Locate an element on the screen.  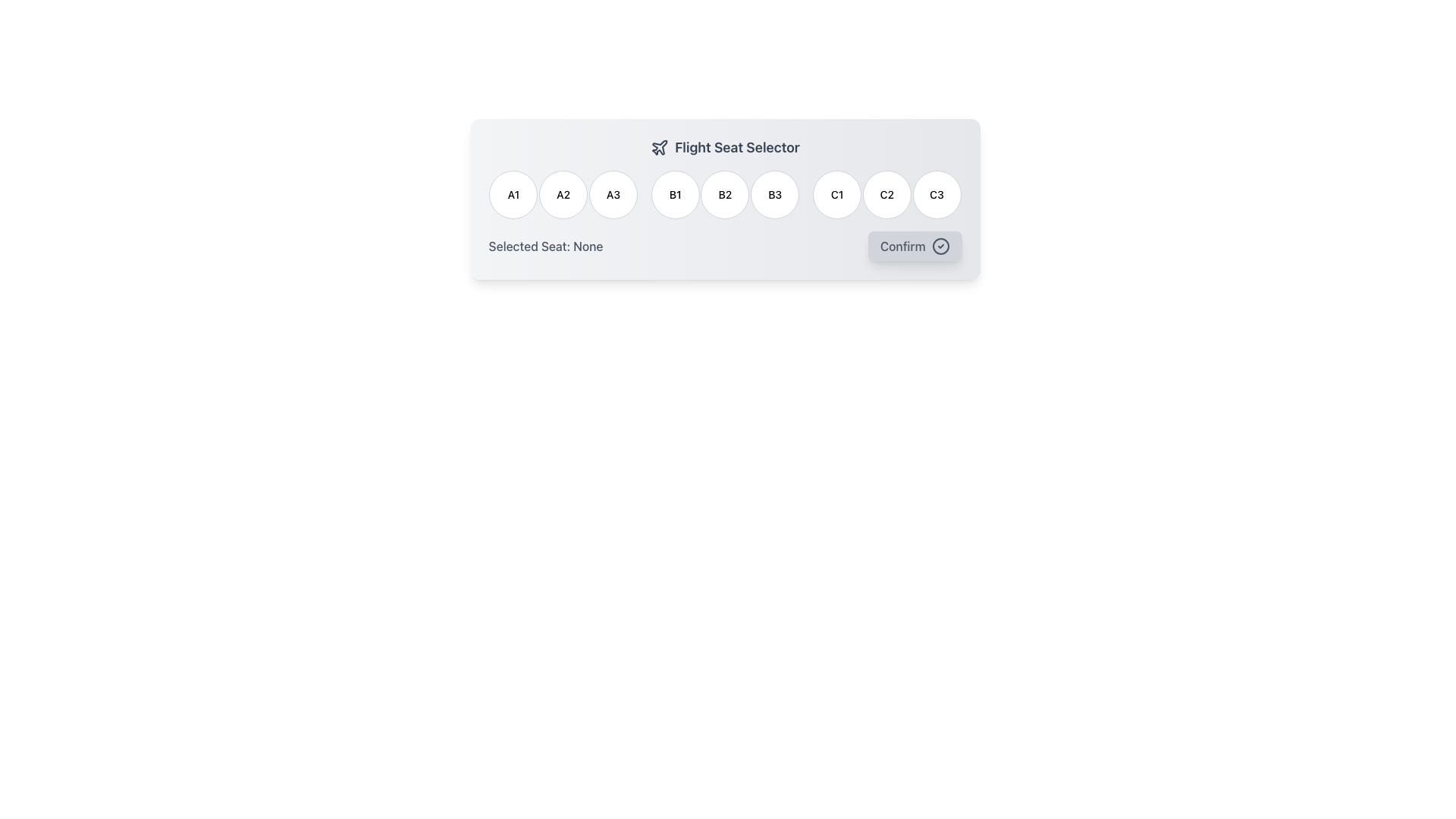
the 'Confirm' button, which is a rectangular button with rounded corners, grey tone, shadow effect, and contains a check mark icon is located at coordinates (914, 245).